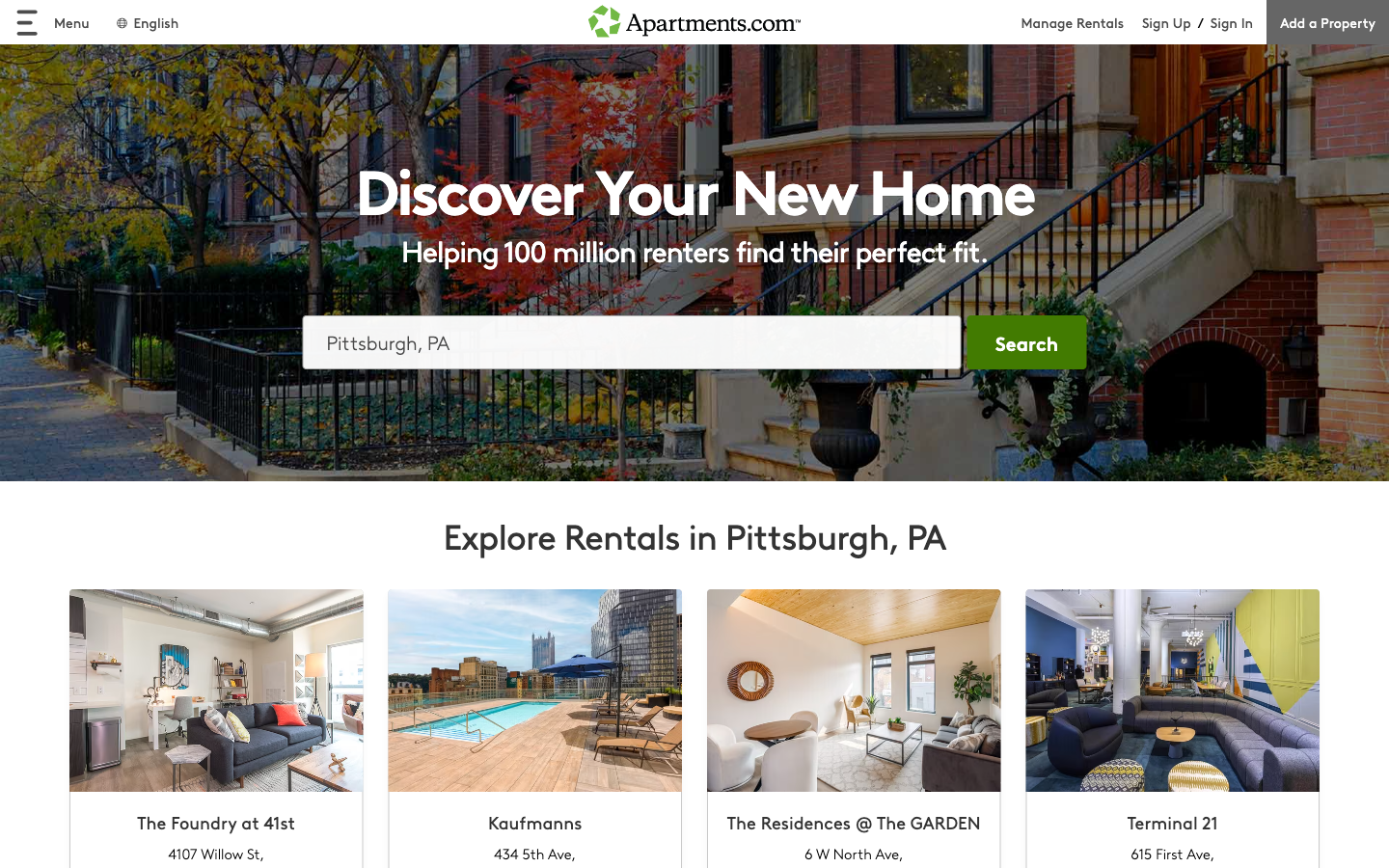 The height and width of the screenshot is (868, 1389). Describe the element at coordinates (1080, 21) in the screenshot. I see `rental management section` at that location.